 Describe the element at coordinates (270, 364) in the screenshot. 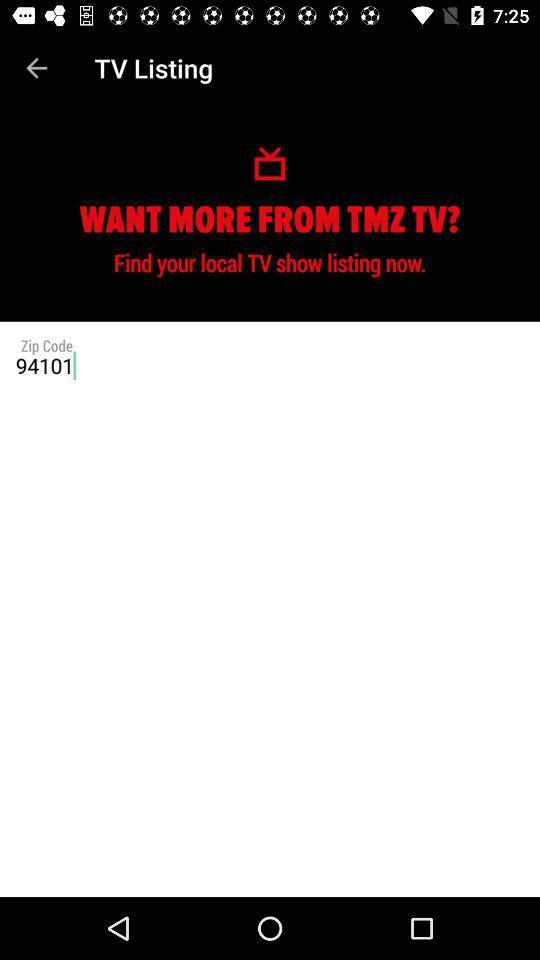

I see `94101` at that location.